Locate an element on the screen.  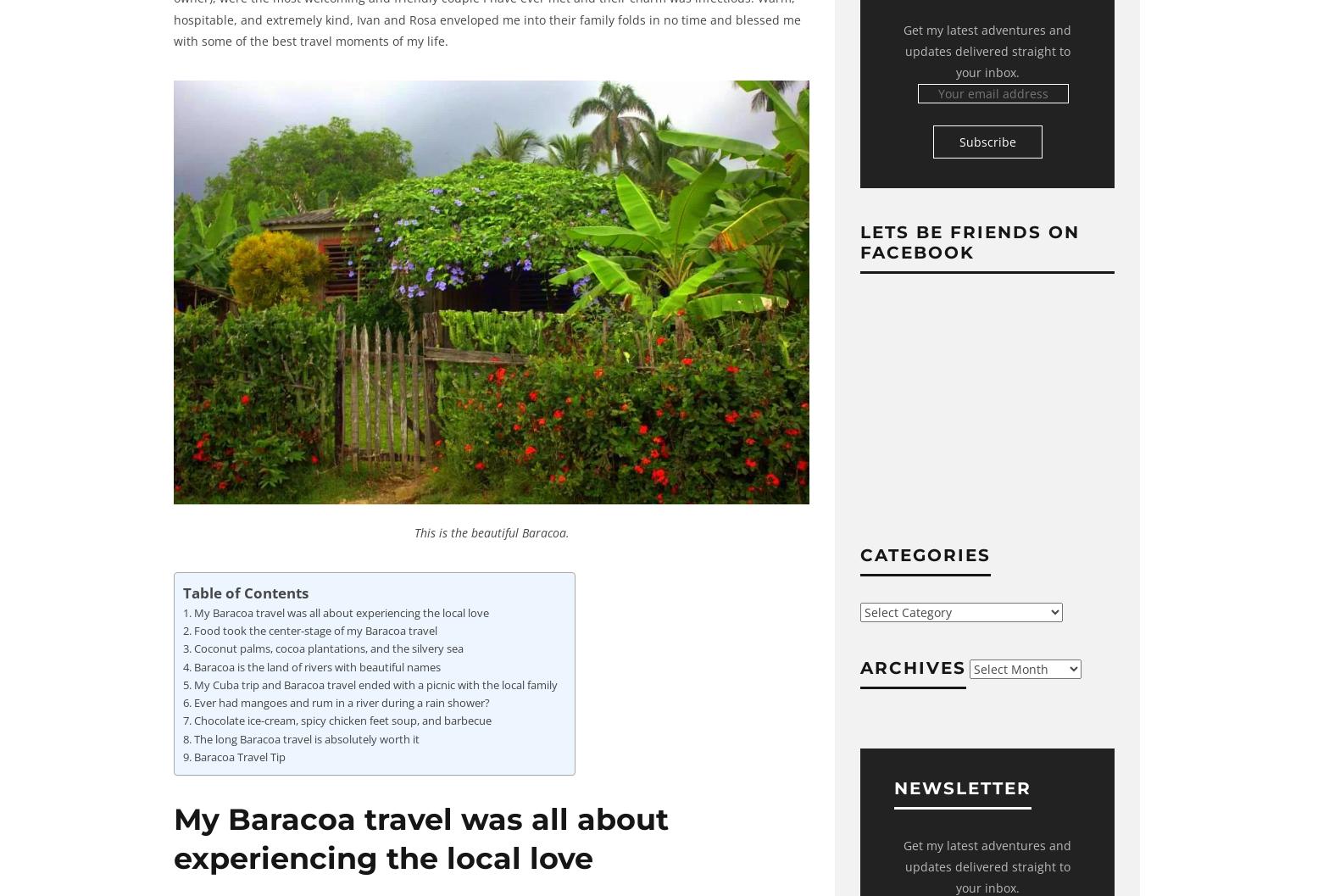
'Chocolate ice-cream, spicy chicken feet soup, and barbecue' is located at coordinates (342, 721).